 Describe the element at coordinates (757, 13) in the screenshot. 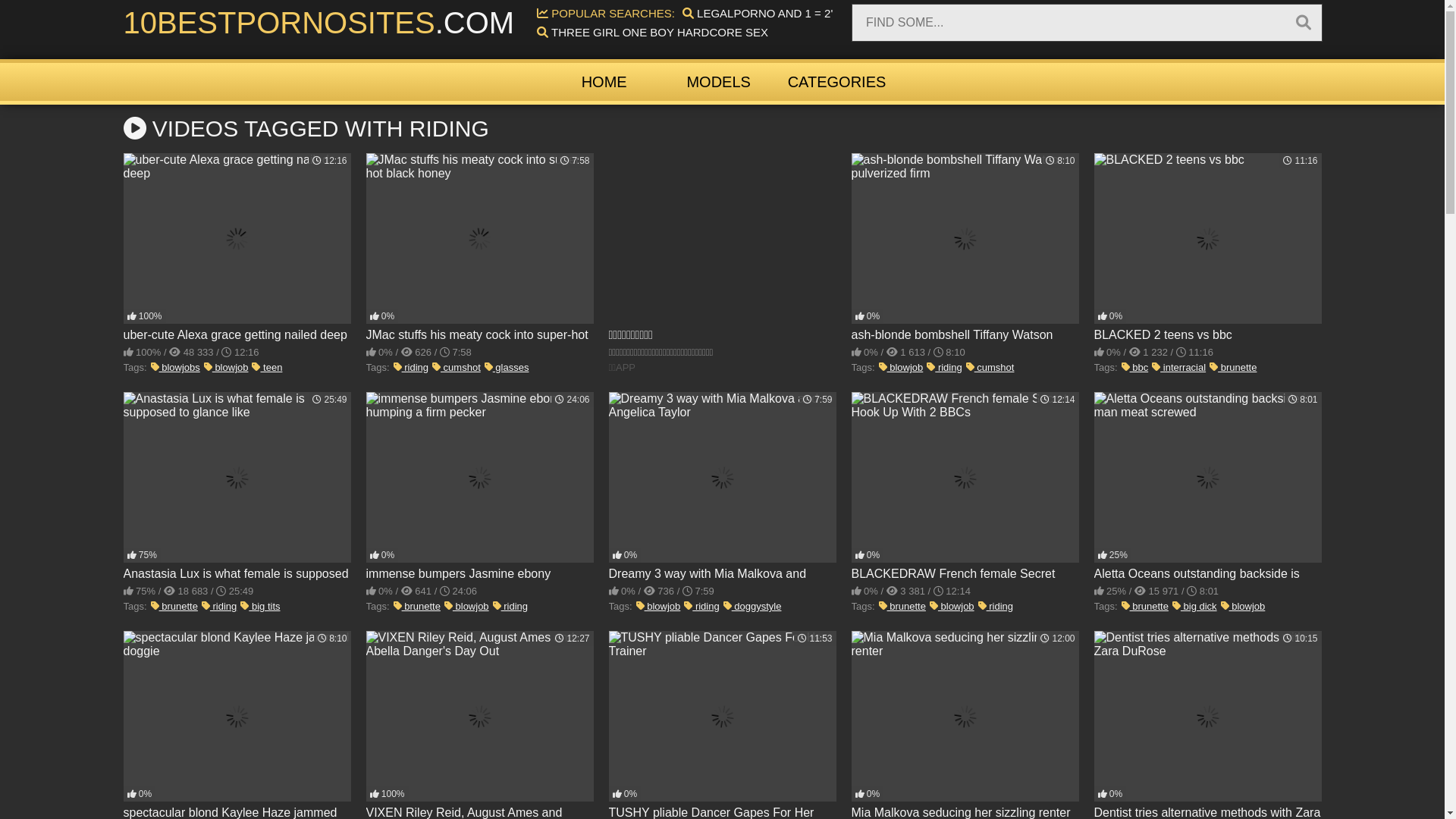

I see `'LEGALPORNO AND 1 = 2''` at that location.